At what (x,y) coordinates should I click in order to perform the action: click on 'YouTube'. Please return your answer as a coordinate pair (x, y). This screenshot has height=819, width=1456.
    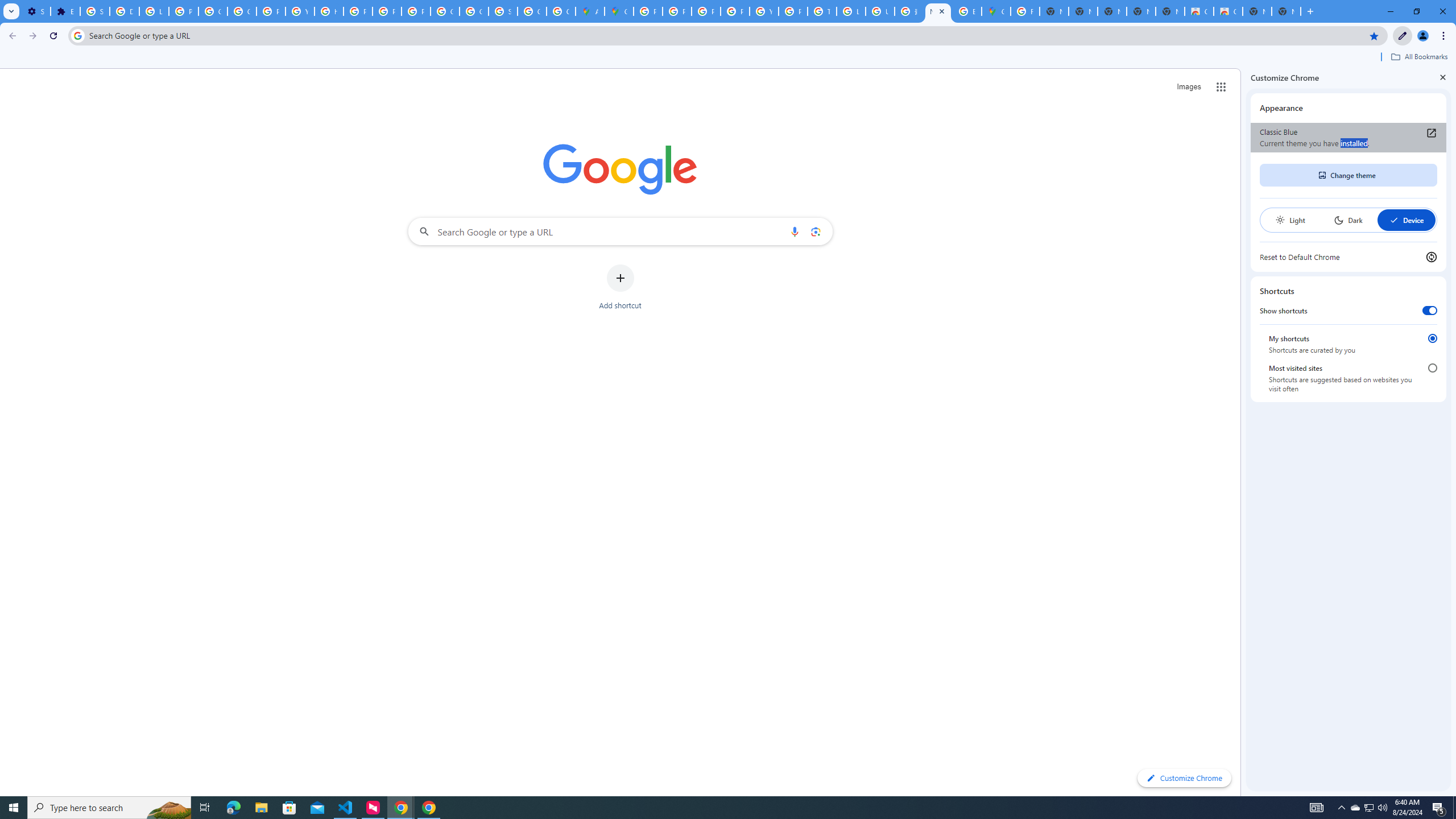
    Looking at the image, I should click on (763, 11).